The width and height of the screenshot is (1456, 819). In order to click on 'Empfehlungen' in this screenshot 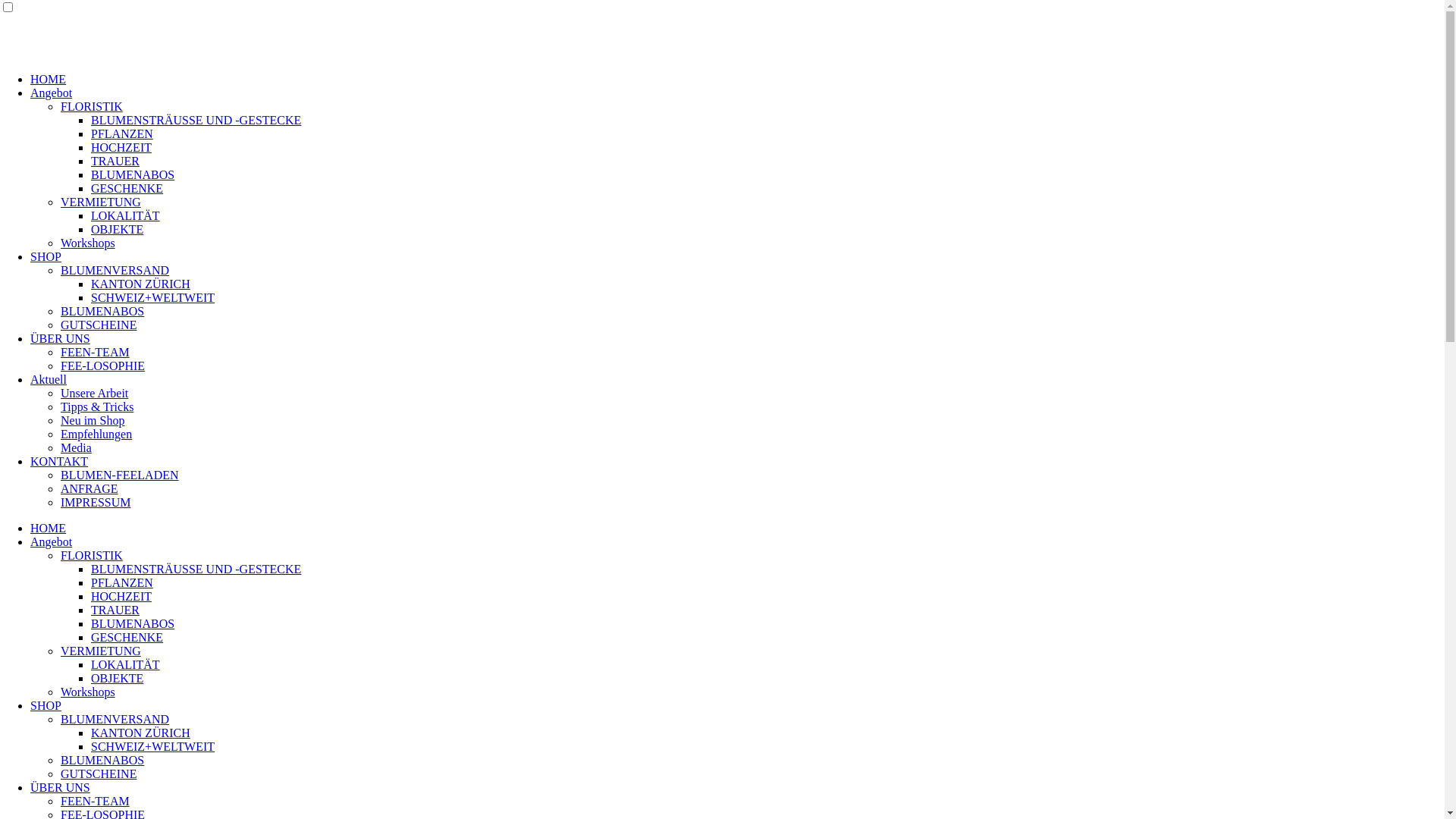, I will do `click(95, 434)`.